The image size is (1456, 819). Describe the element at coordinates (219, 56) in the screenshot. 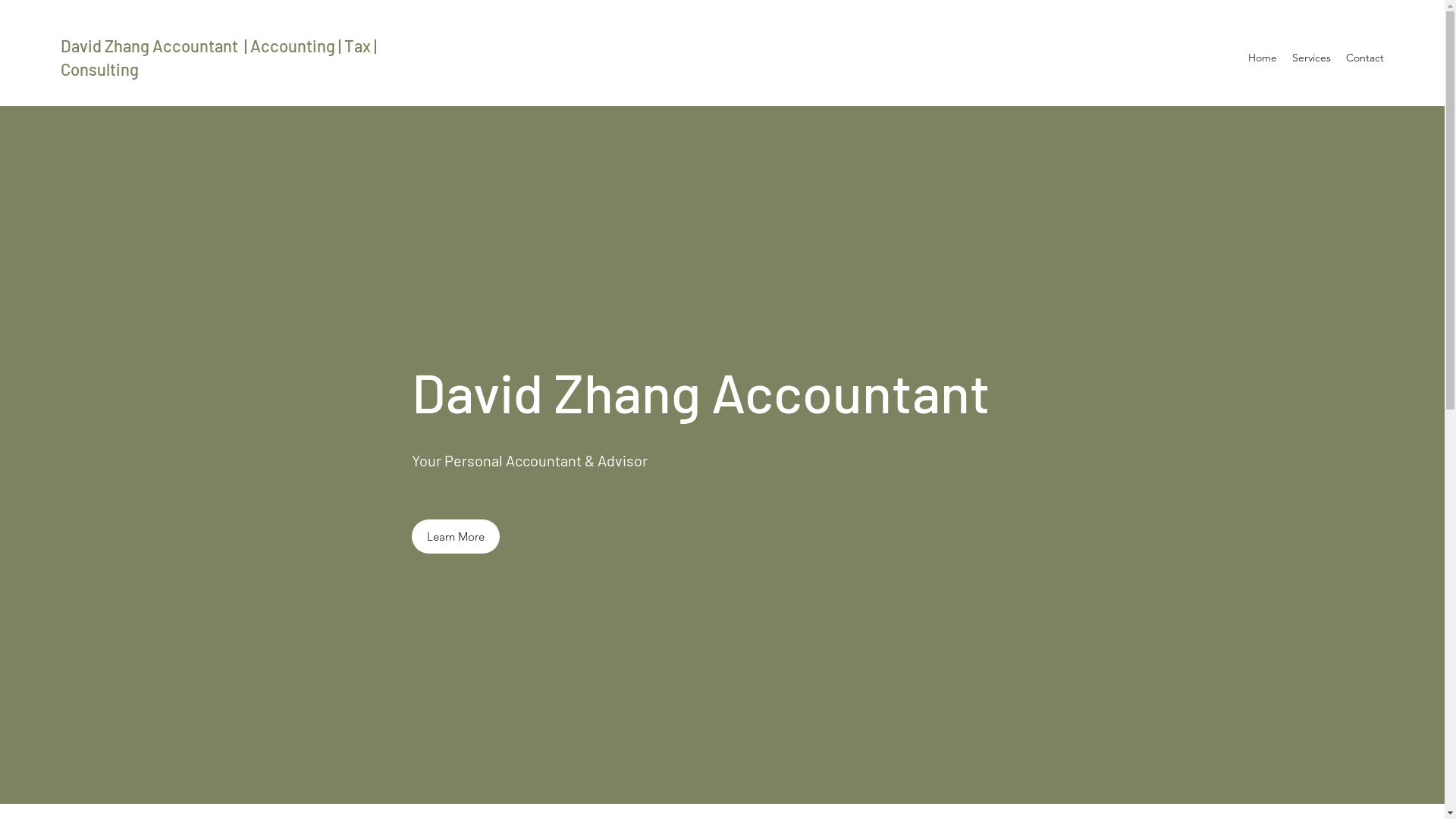

I see `'David Zhang Accountant  | Accounting | Tax |  Consulting'` at that location.